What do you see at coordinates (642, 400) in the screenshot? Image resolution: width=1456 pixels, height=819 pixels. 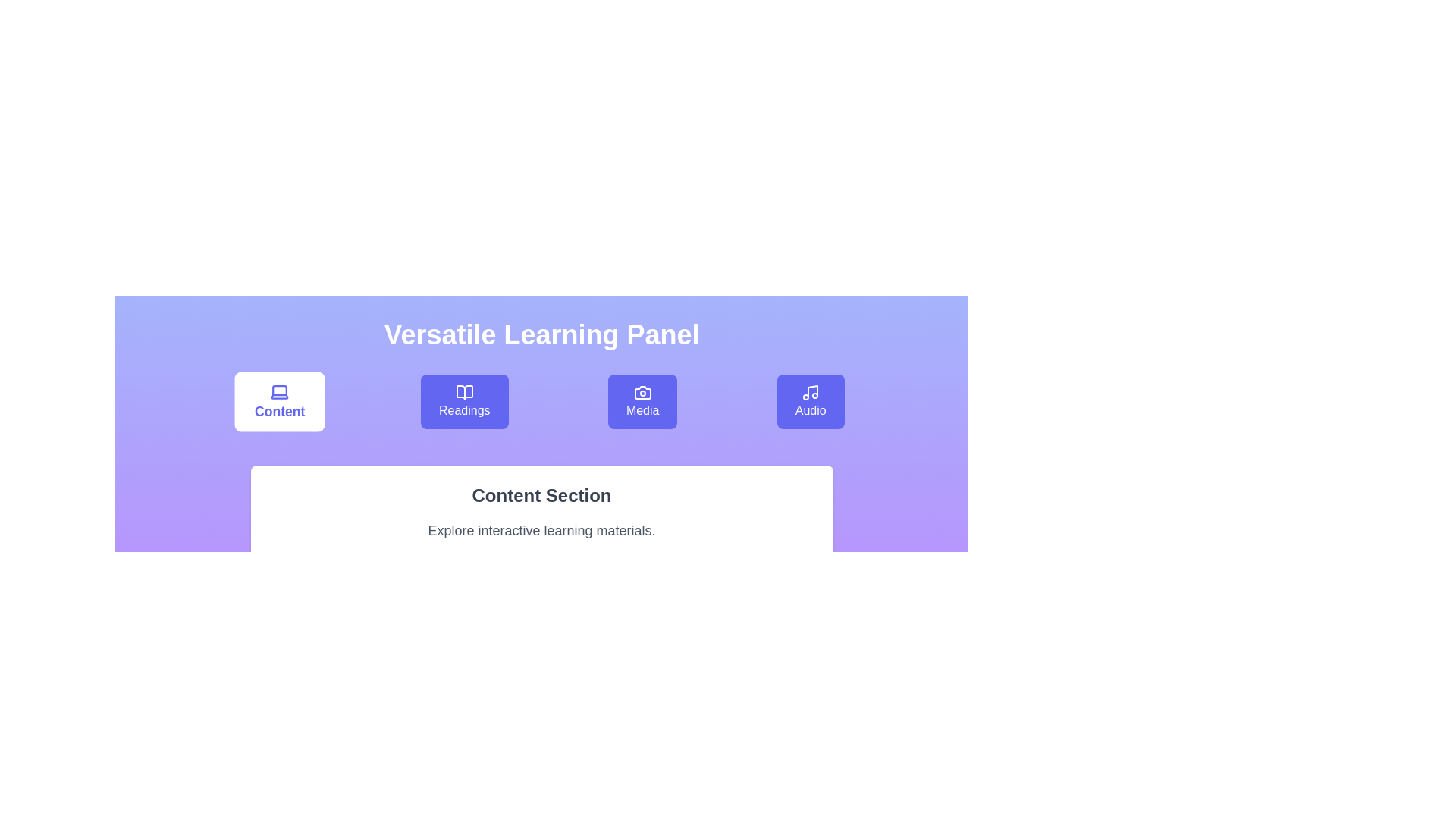 I see `the Media tab to switch to its section` at bounding box center [642, 400].